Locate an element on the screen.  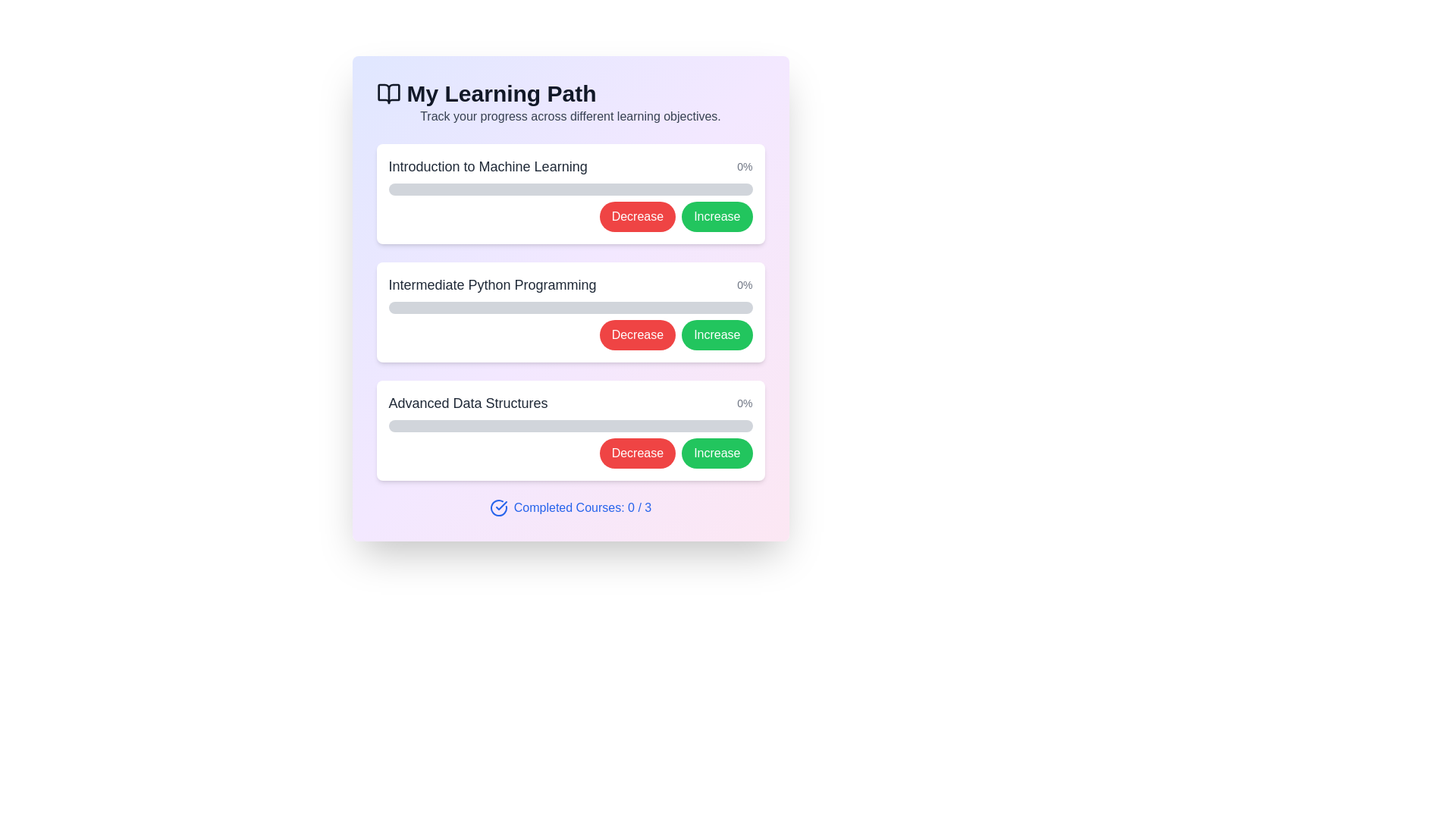
the header text element displaying 'Intermediate Python Programming' and its progress '0%', which is located at the top of the second course entry in a vertical list is located at coordinates (570, 284).